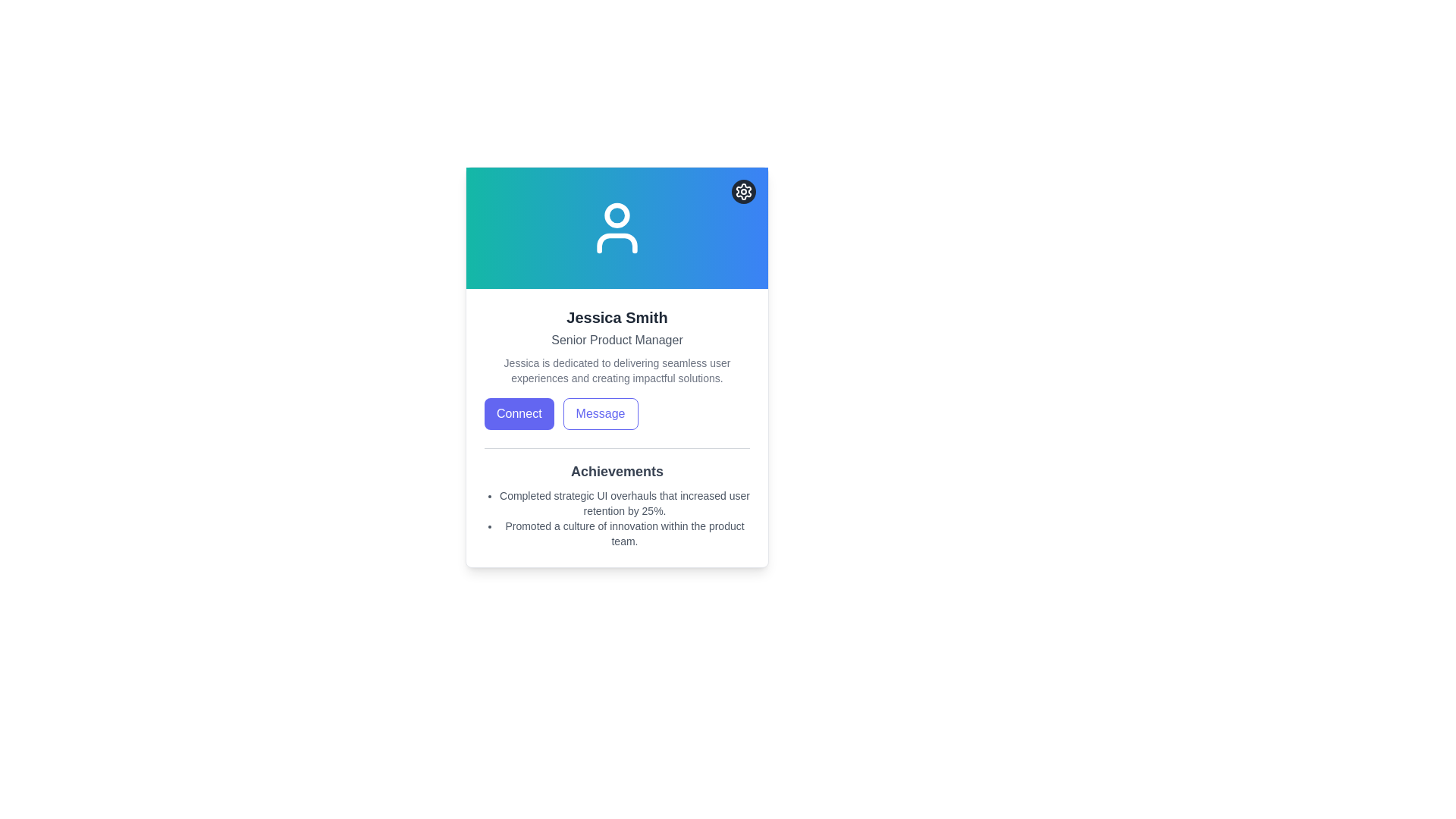 The image size is (1456, 819). I want to click on the rectangular 'Message' button with purple text and rounded corners to observe its hover effects, so click(600, 414).